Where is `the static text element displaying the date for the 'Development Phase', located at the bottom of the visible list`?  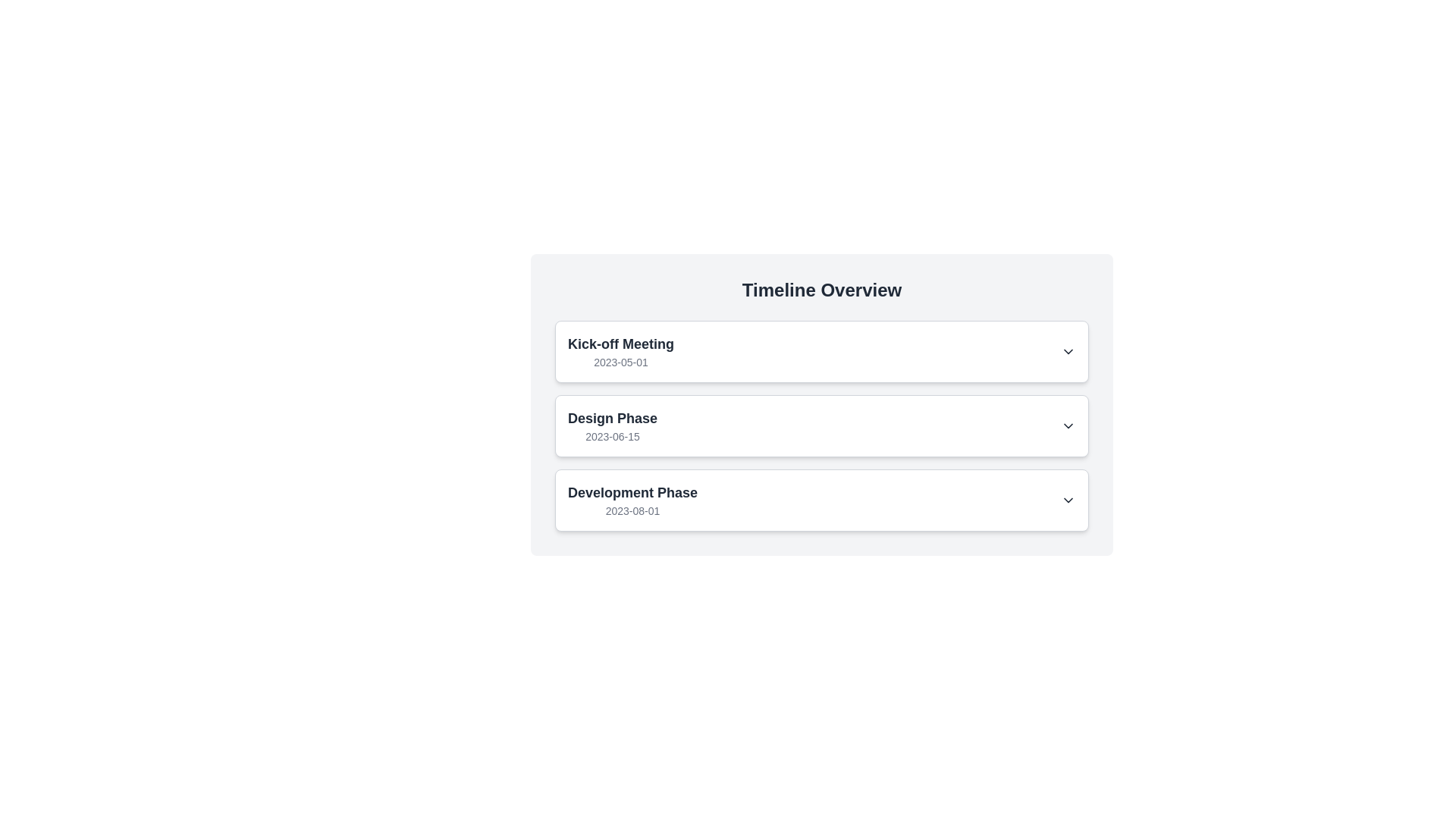
the static text element displaying the date for the 'Development Phase', located at the bottom of the visible list is located at coordinates (632, 511).